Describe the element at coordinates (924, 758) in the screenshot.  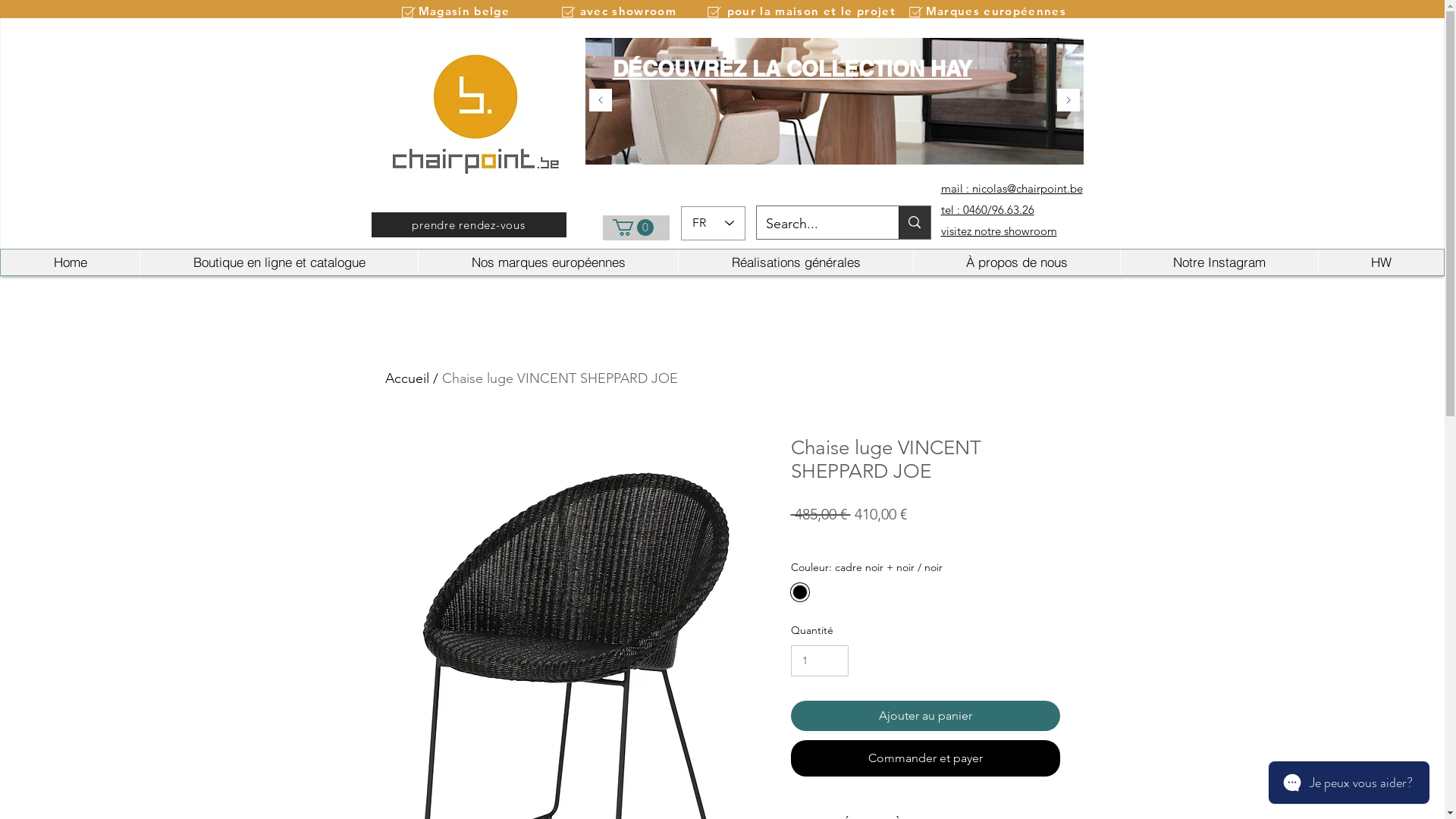
I see `'Commander et payer'` at that location.